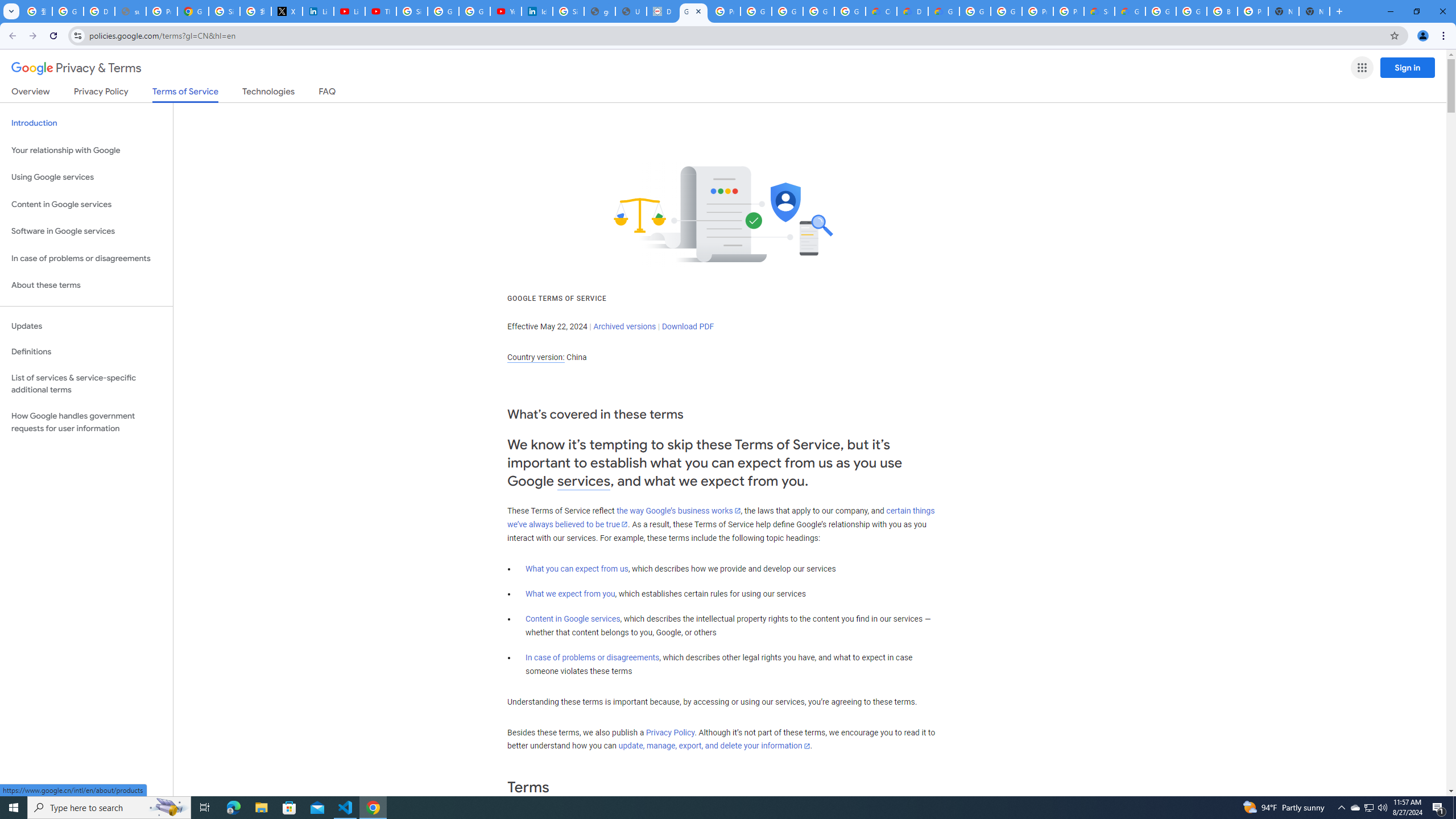 The height and width of the screenshot is (819, 1456). I want to click on 'About these terms', so click(86, 285).